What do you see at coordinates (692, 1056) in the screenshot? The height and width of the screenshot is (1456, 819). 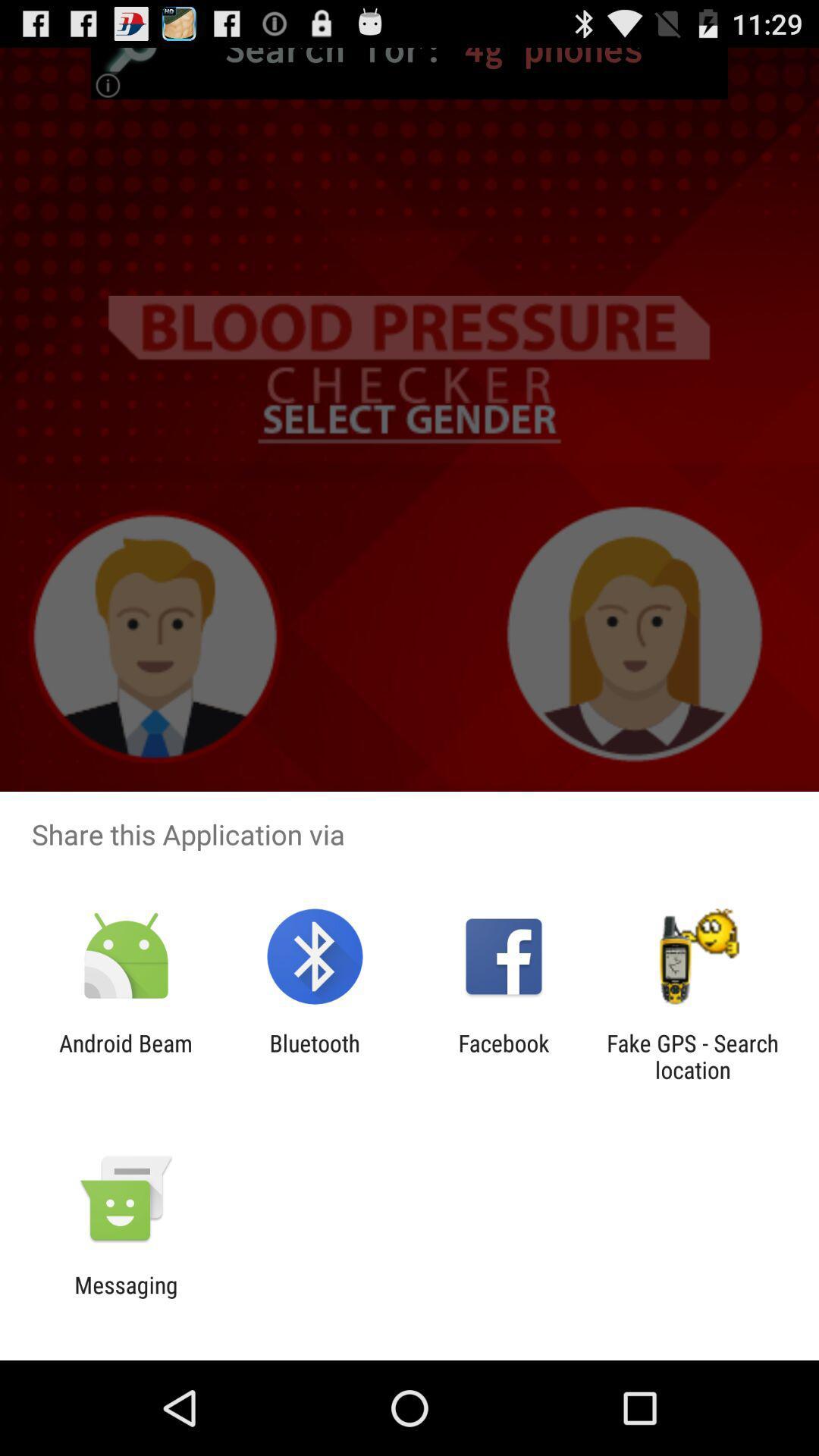 I see `the fake gps search icon` at bounding box center [692, 1056].